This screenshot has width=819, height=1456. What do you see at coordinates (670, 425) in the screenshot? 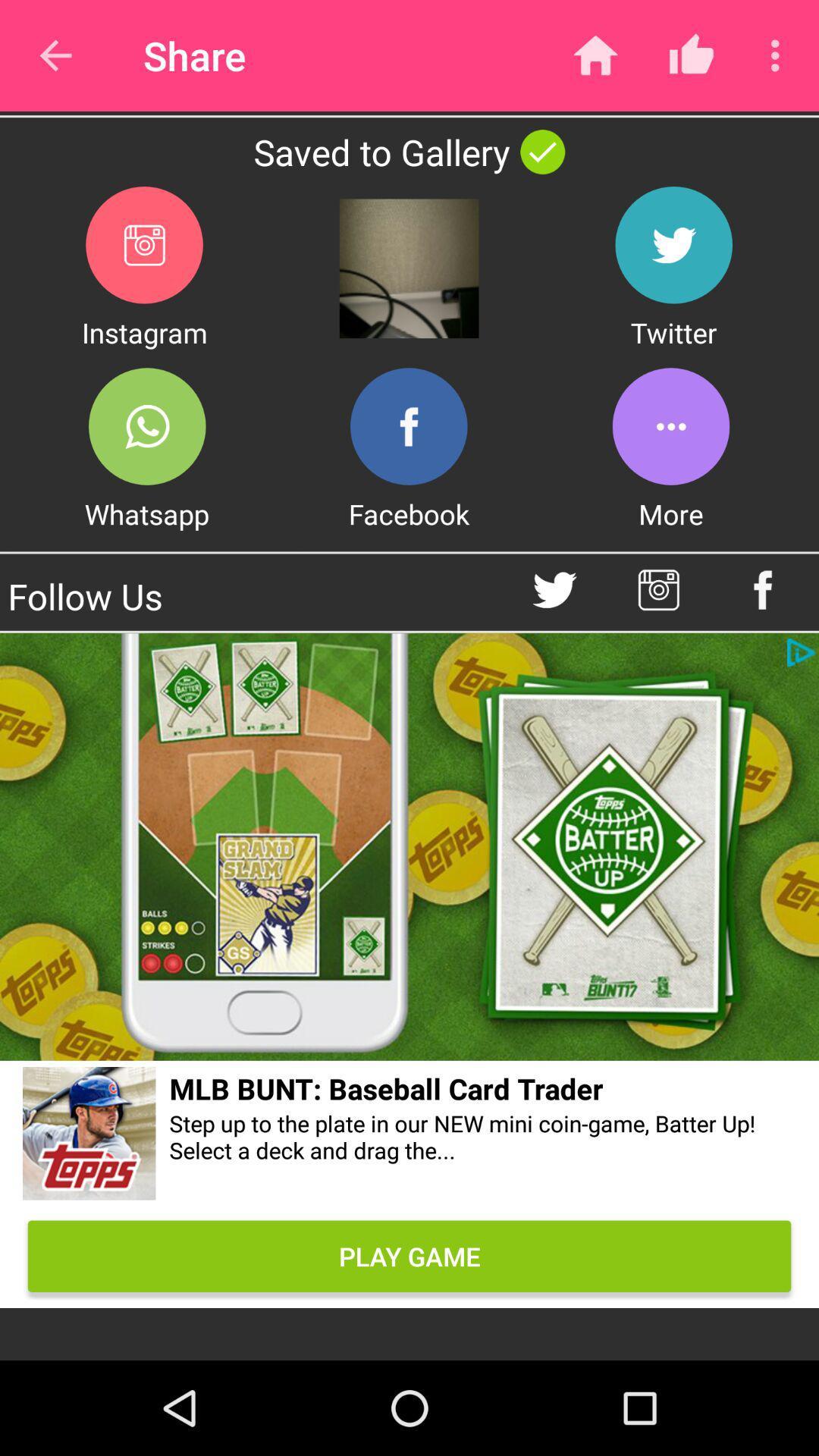
I see `more` at bounding box center [670, 425].